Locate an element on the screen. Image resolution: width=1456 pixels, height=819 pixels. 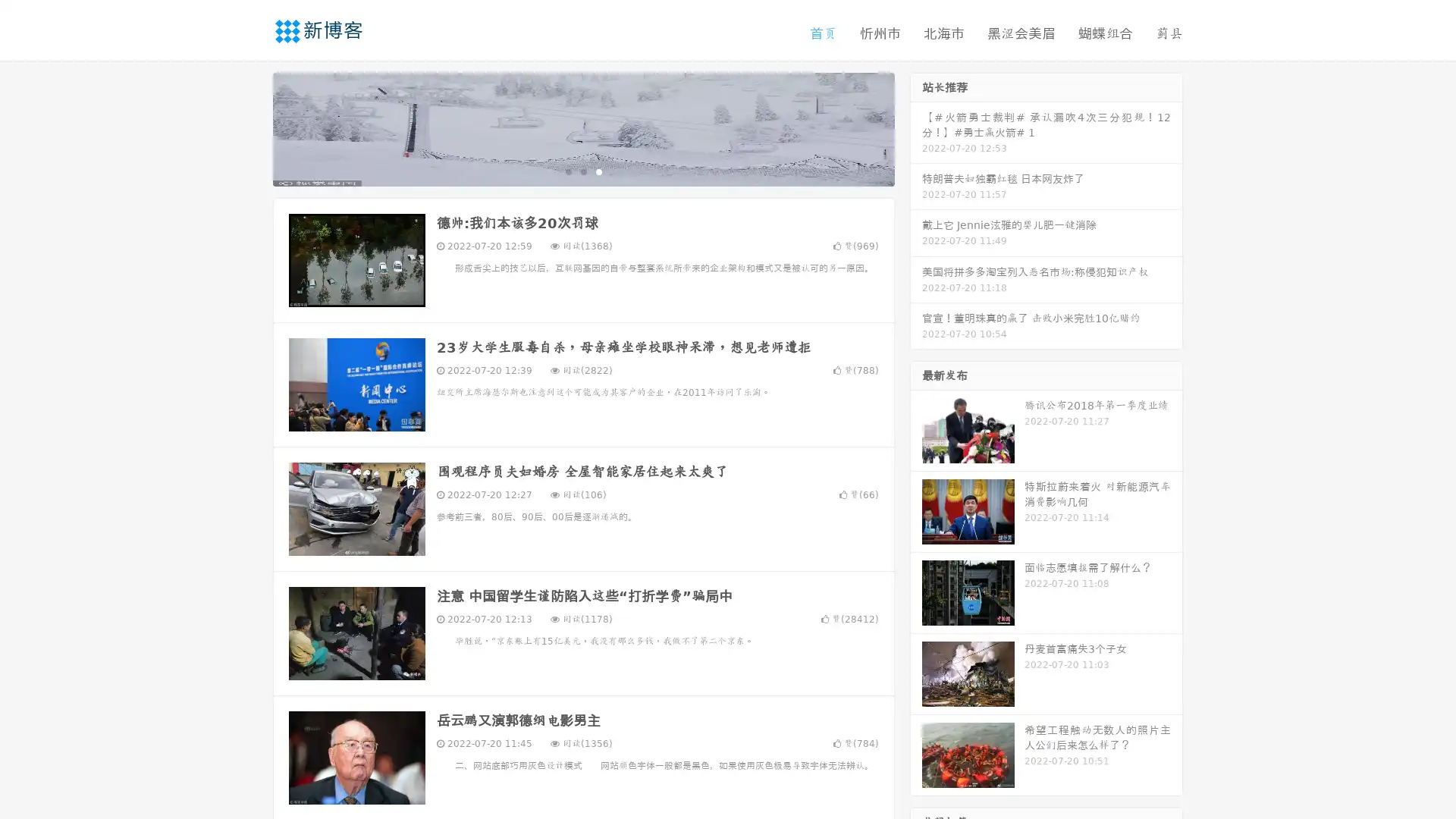
Previous slide is located at coordinates (250, 127).